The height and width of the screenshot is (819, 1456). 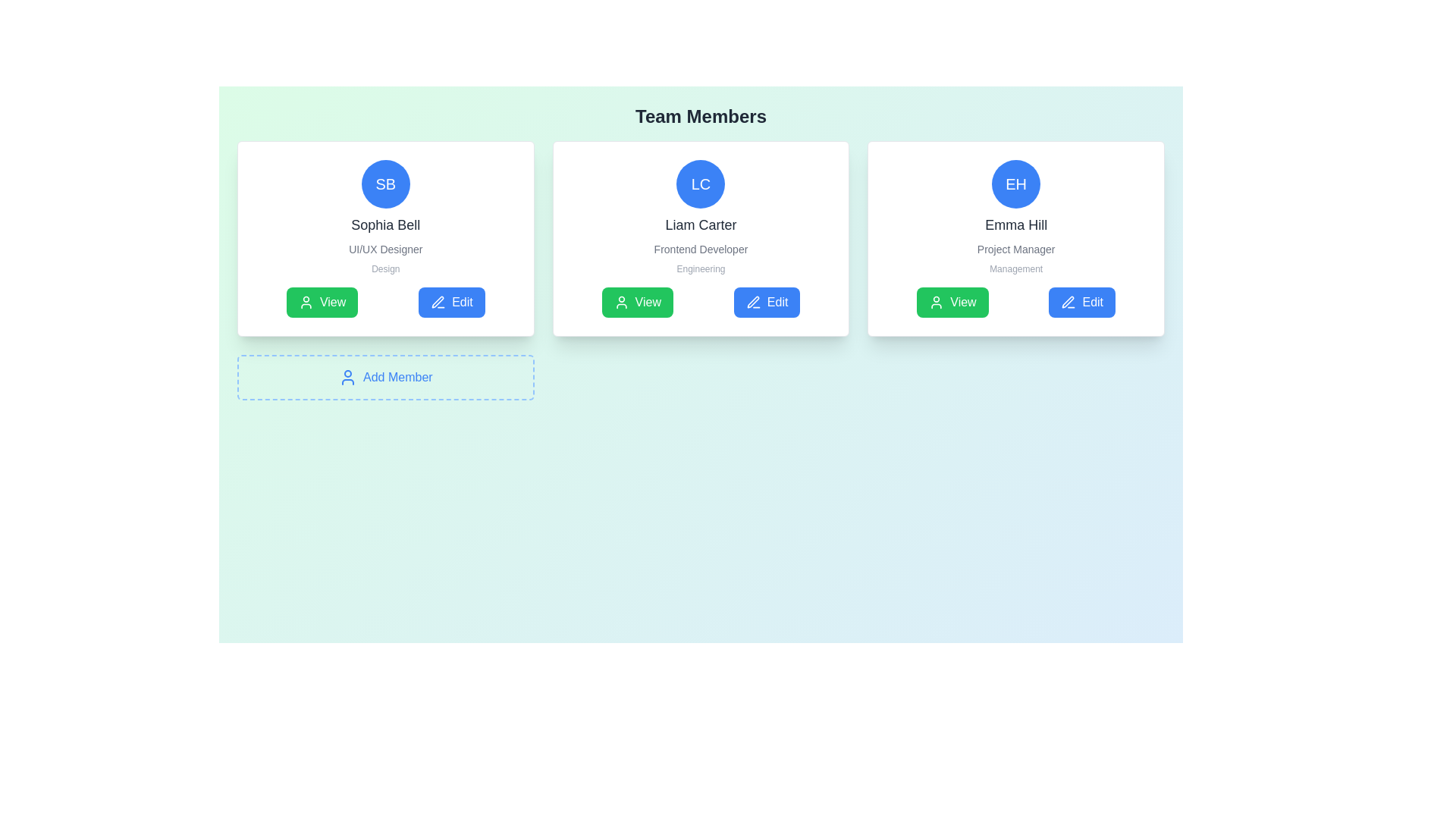 I want to click on text displayed in the Text Label indicating the department or group associated with 'Liam Carter', positioned below the job title 'Frontend Developer' in the central profile card, so click(x=700, y=268).